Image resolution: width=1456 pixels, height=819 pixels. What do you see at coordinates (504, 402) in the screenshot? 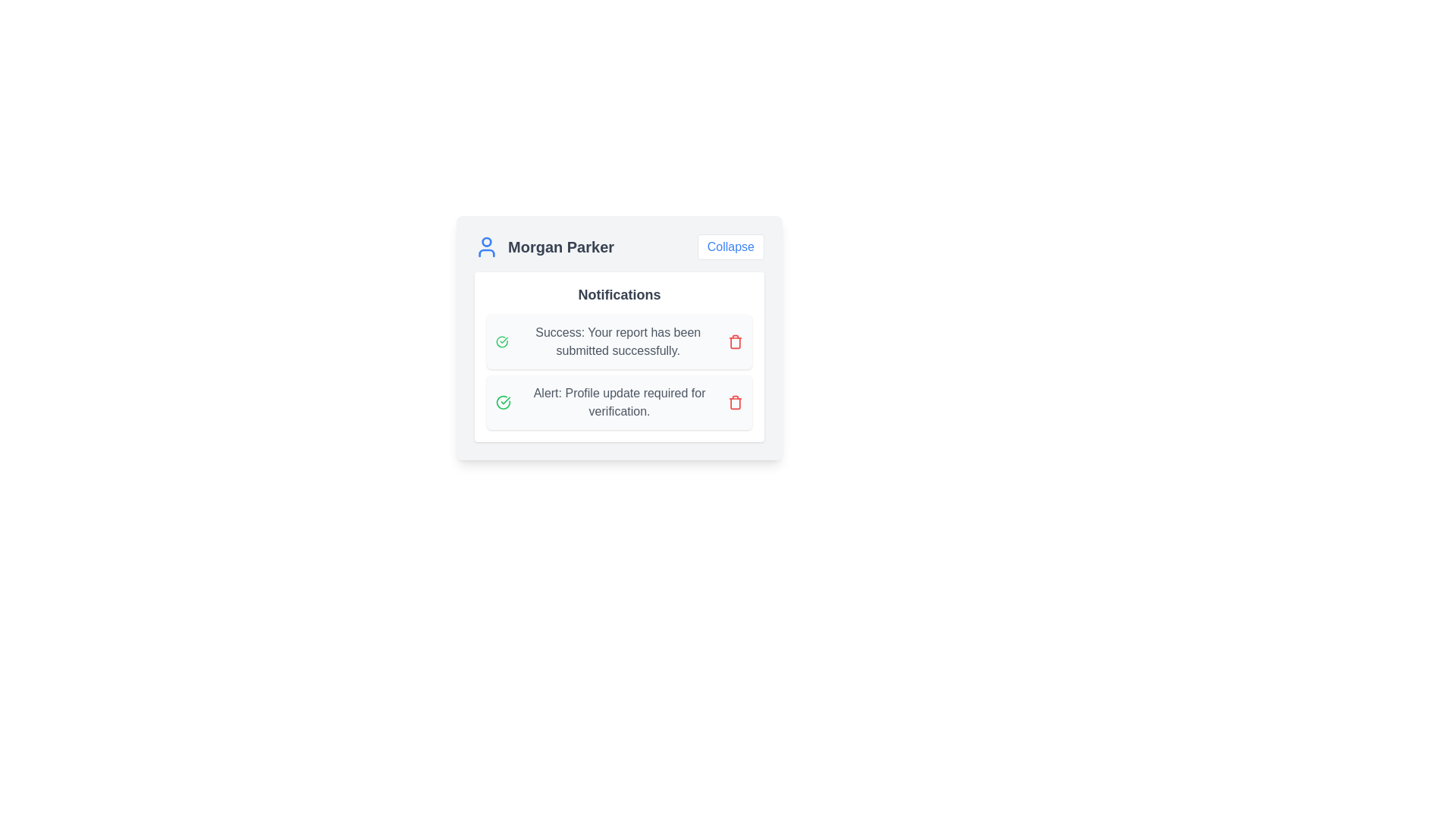
I see `the circular green checkmark icon located to the left of the 'Alert: Profile update required for verification.' notification in the alert box` at bounding box center [504, 402].